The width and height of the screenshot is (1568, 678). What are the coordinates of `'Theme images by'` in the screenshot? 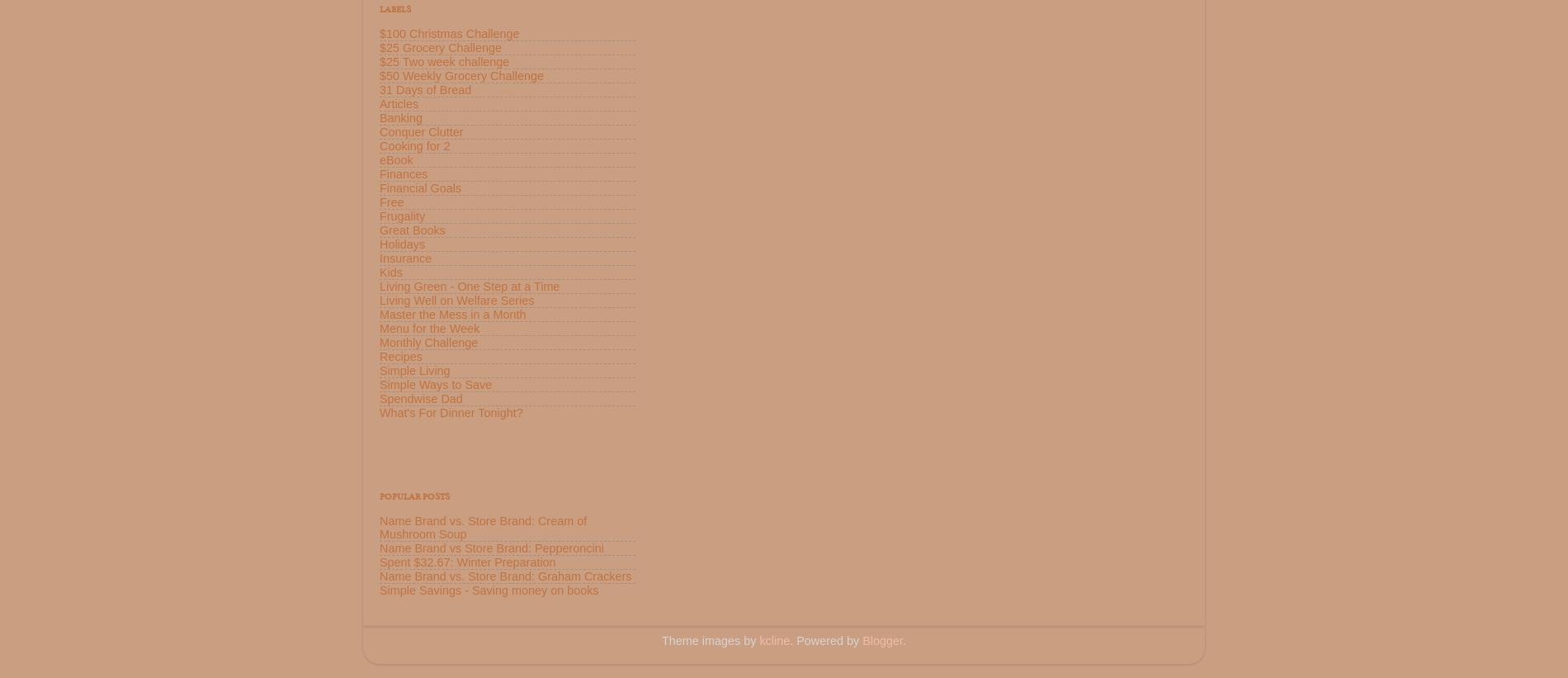 It's located at (710, 639).